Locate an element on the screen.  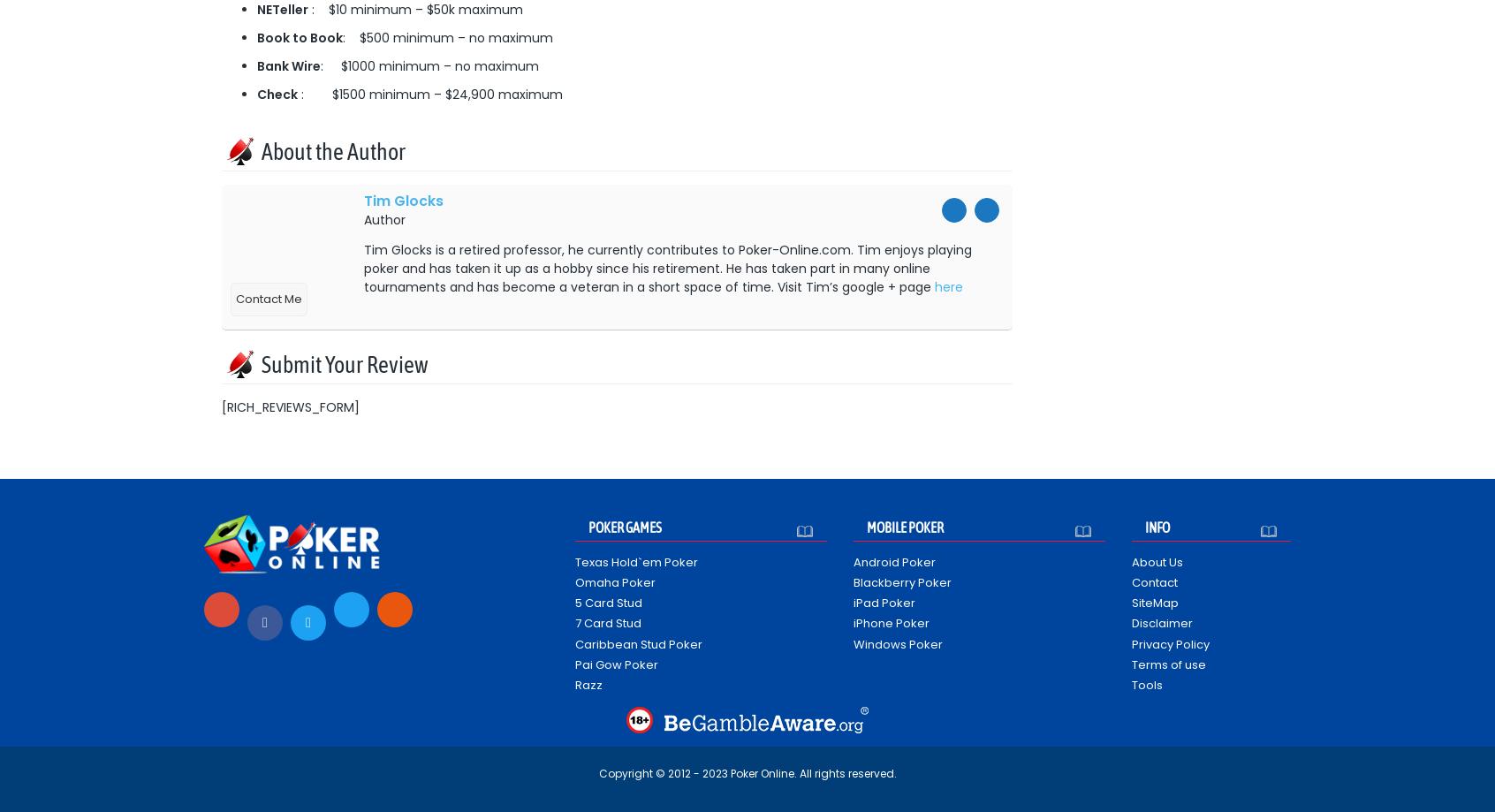
'Info' is located at coordinates (1156, 526).